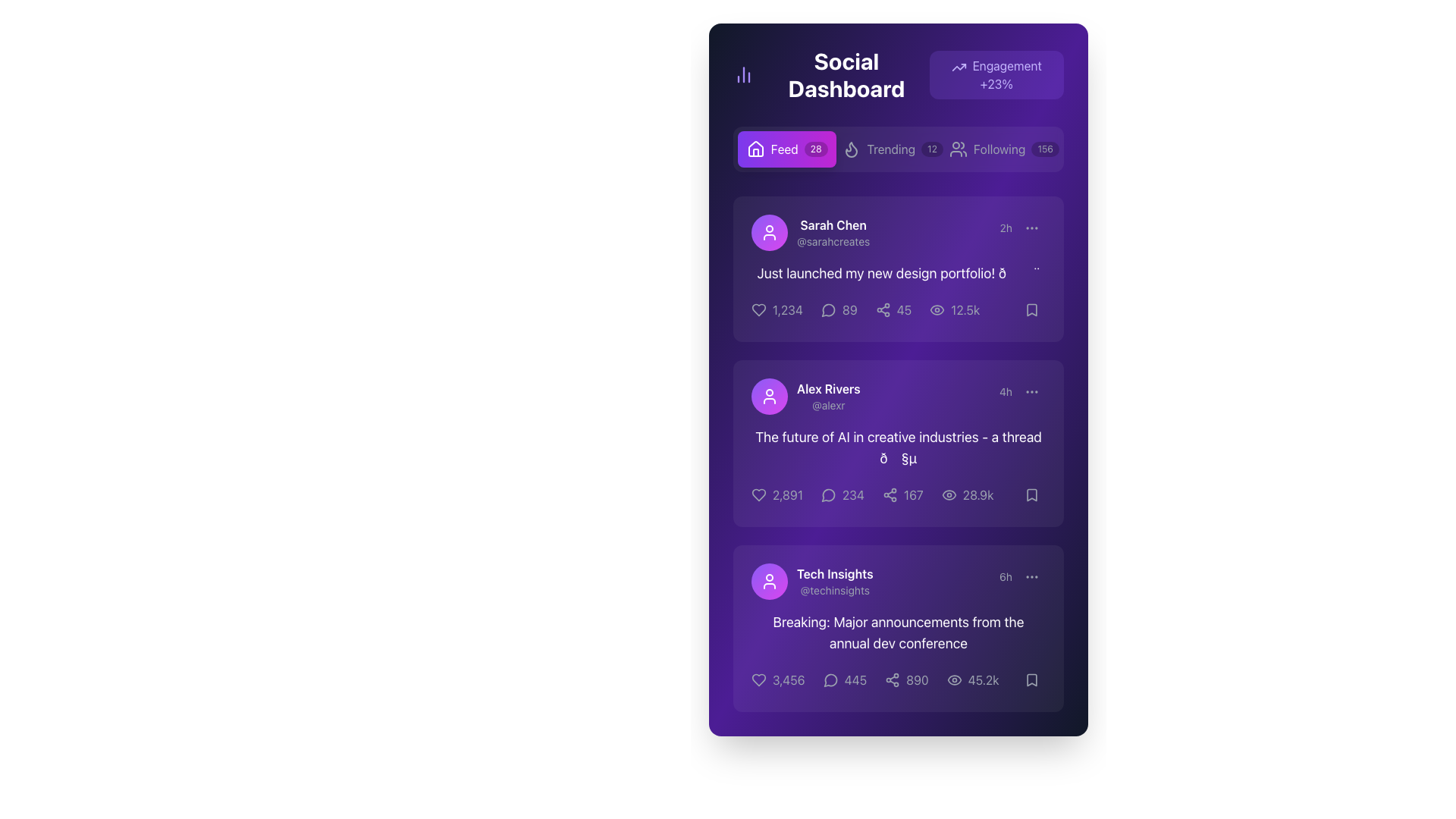  I want to click on the interactive ellipsis icon located next to the '6h' timestamp in the bottom right corner of the 'Tech Insights' card to activate the action menu, so click(1022, 576).